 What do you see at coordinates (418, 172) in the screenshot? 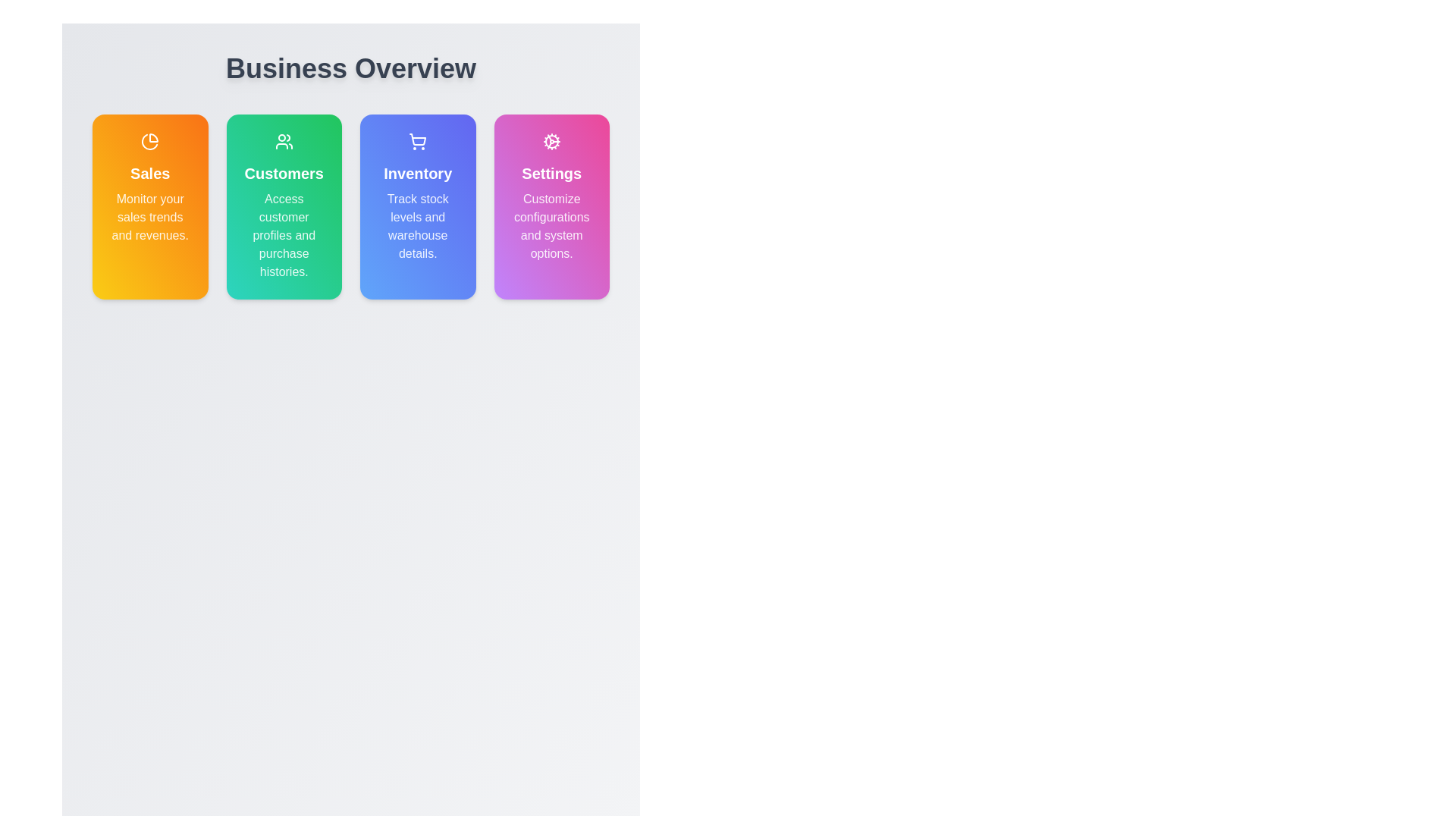
I see `the 'Inventory' label which is styled in bold white font on a blue background, located at the center top of the third menu card from the left in a horizontal row of four cards` at bounding box center [418, 172].